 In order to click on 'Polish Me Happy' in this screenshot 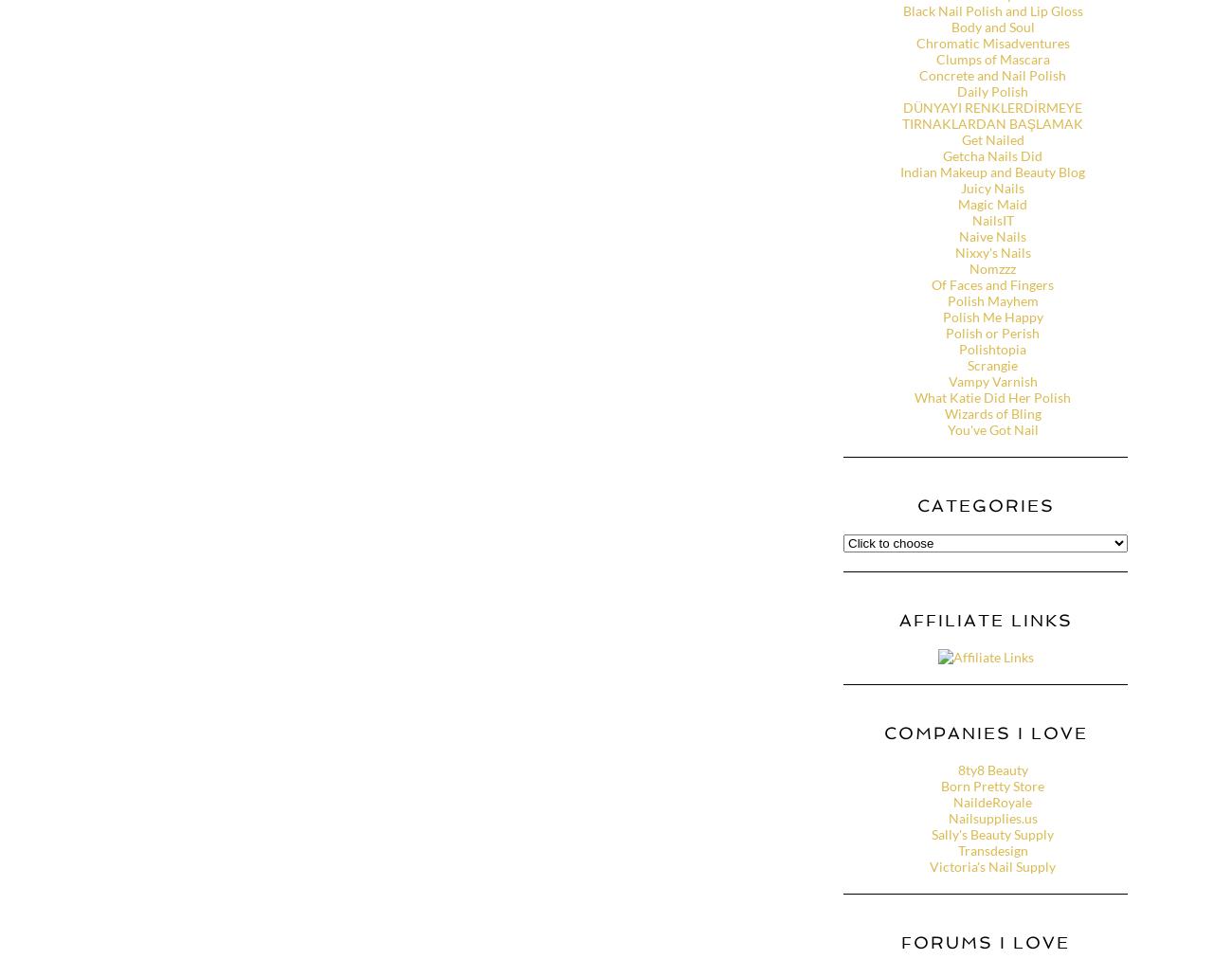, I will do `click(992, 316)`.